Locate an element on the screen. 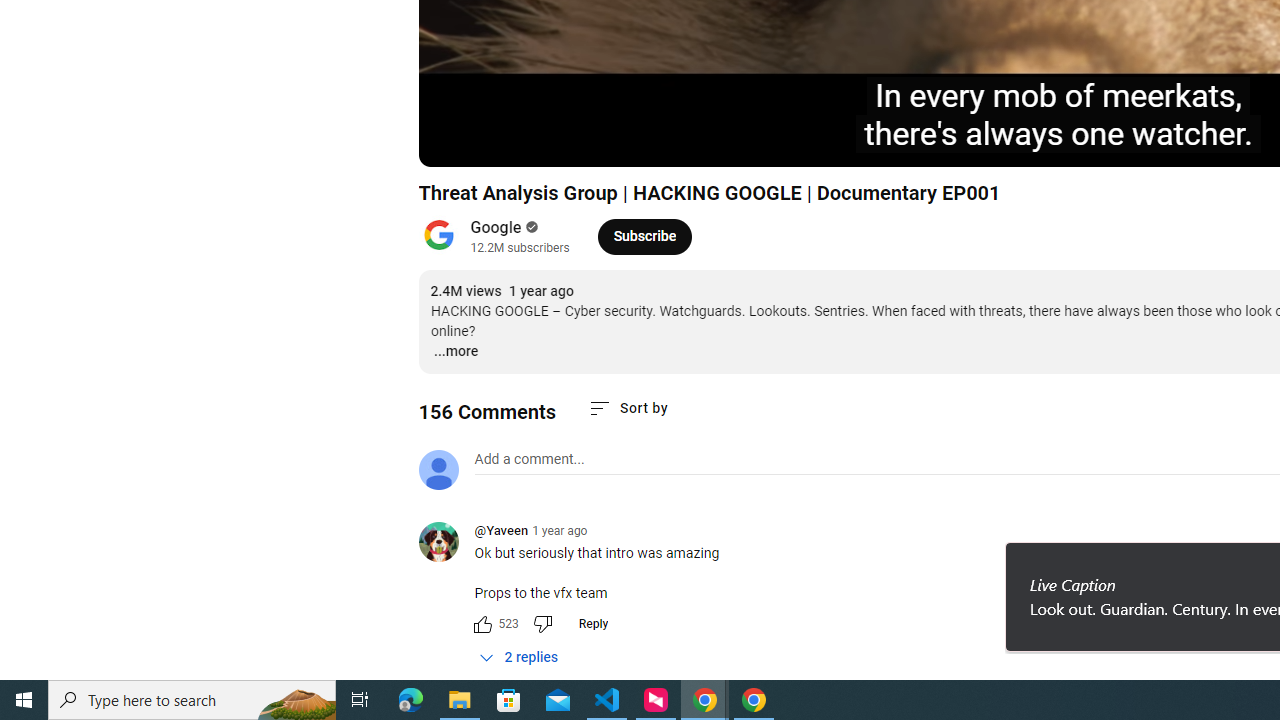 The height and width of the screenshot is (720, 1280). 'Subscribe to Google.' is located at coordinates (644, 235).